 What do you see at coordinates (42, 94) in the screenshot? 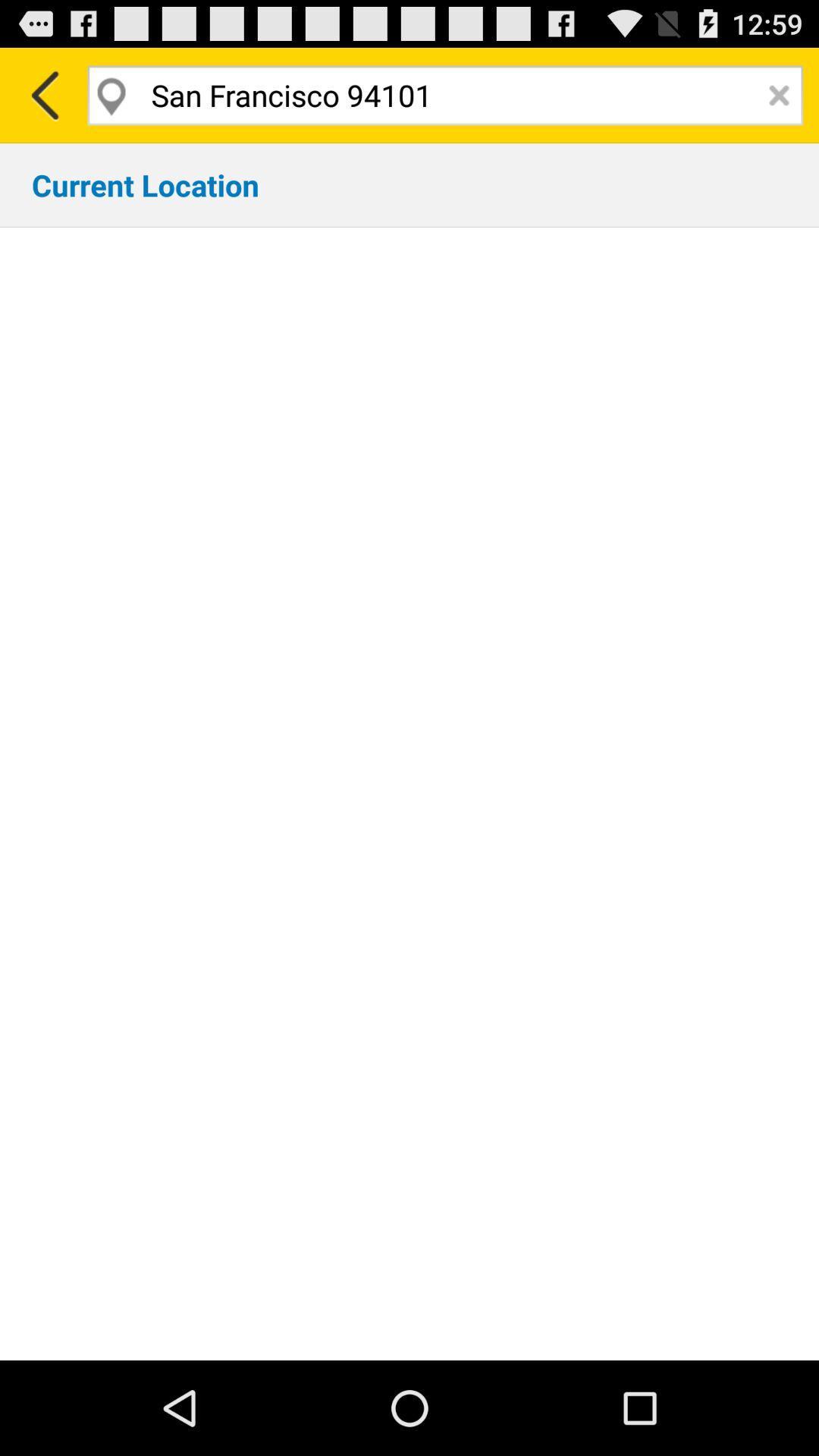
I see `go back` at bounding box center [42, 94].